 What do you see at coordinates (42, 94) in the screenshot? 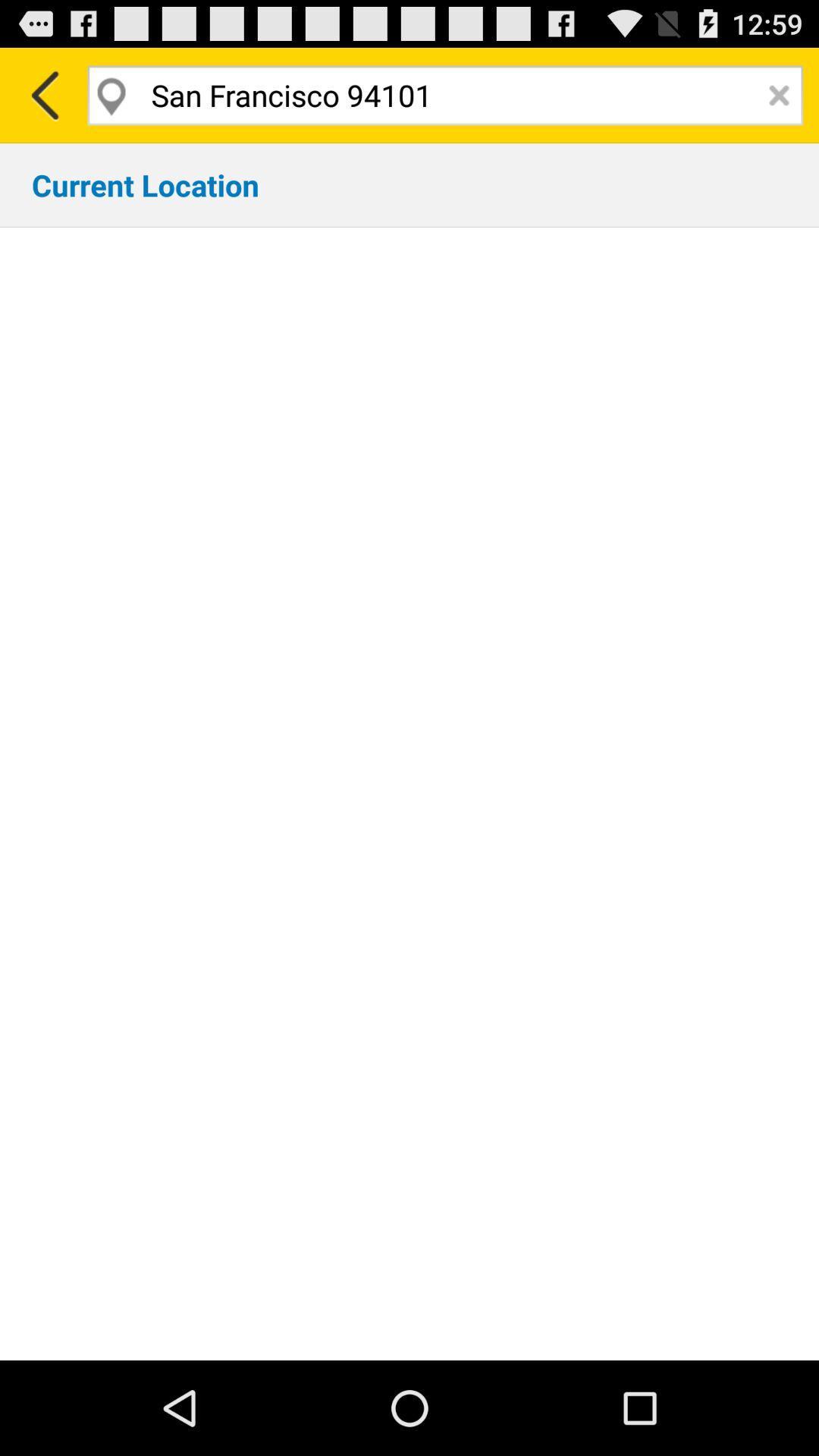
I see `go back` at bounding box center [42, 94].